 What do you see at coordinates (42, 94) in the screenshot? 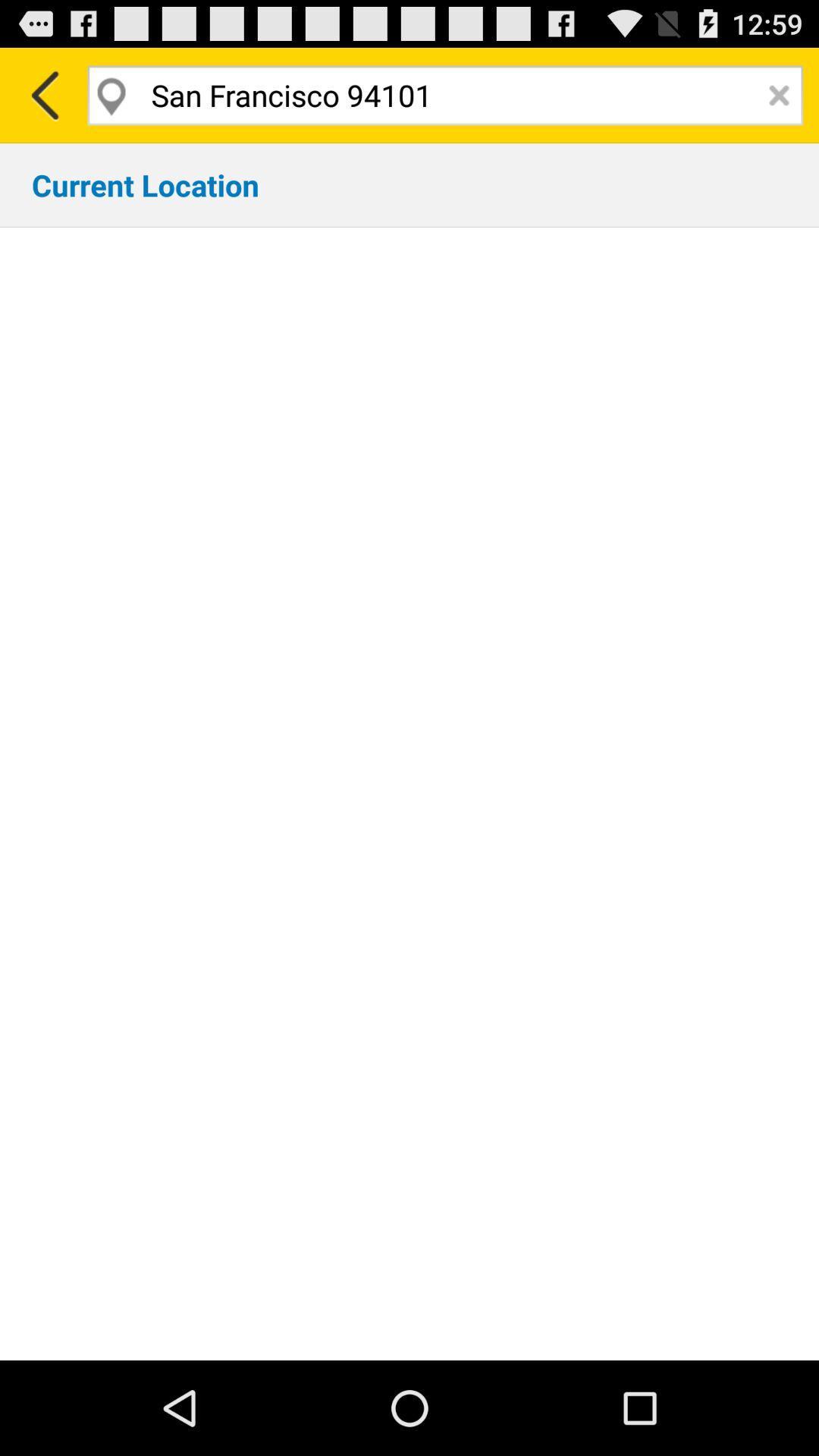
I see `go back` at bounding box center [42, 94].